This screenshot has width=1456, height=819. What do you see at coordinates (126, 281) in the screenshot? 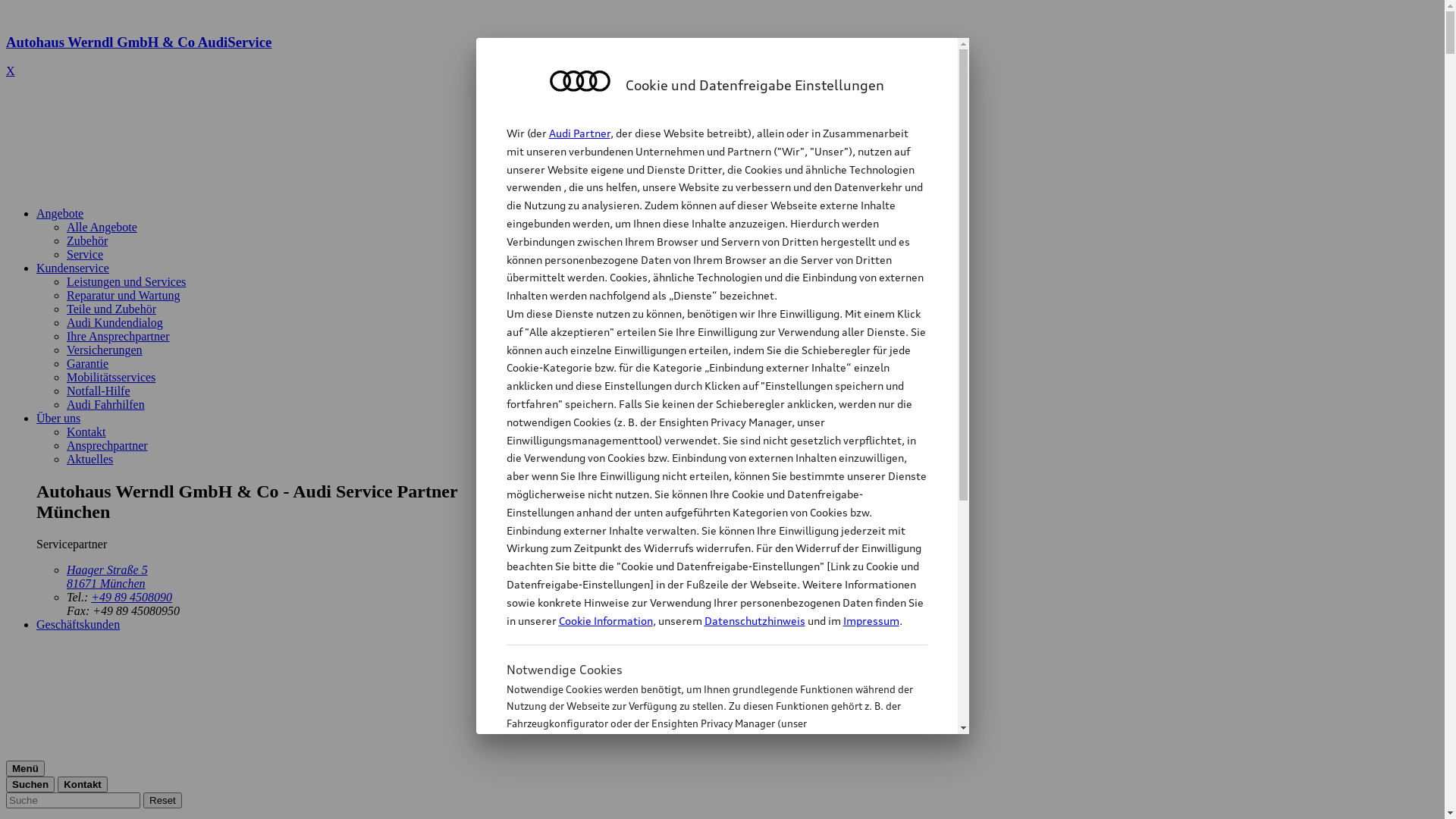
I see `'Leistungen und Services'` at bounding box center [126, 281].